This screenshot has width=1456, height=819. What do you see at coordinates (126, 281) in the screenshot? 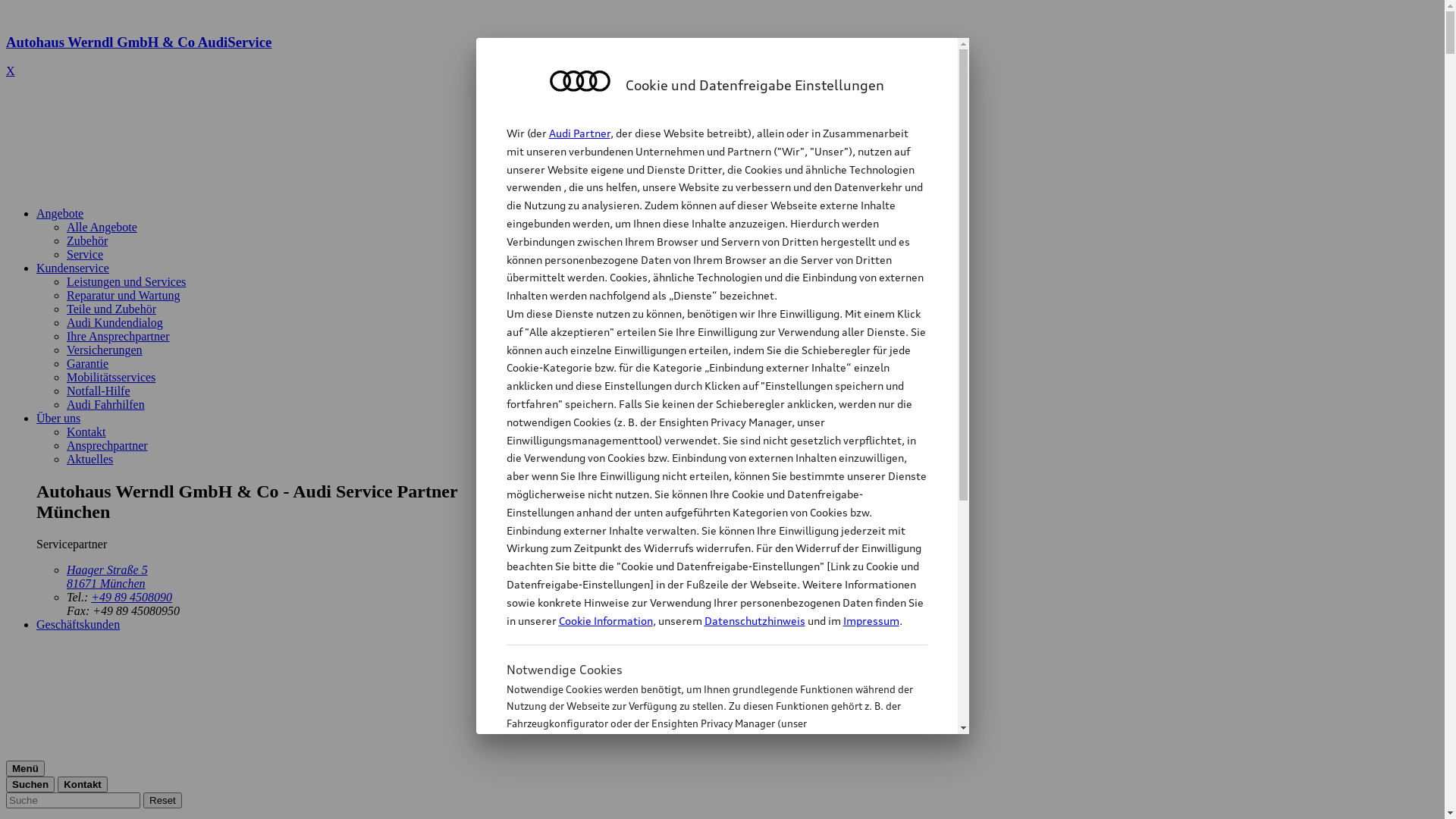
I see `'Leistungen und Services'` at bounding box center [126, 281].